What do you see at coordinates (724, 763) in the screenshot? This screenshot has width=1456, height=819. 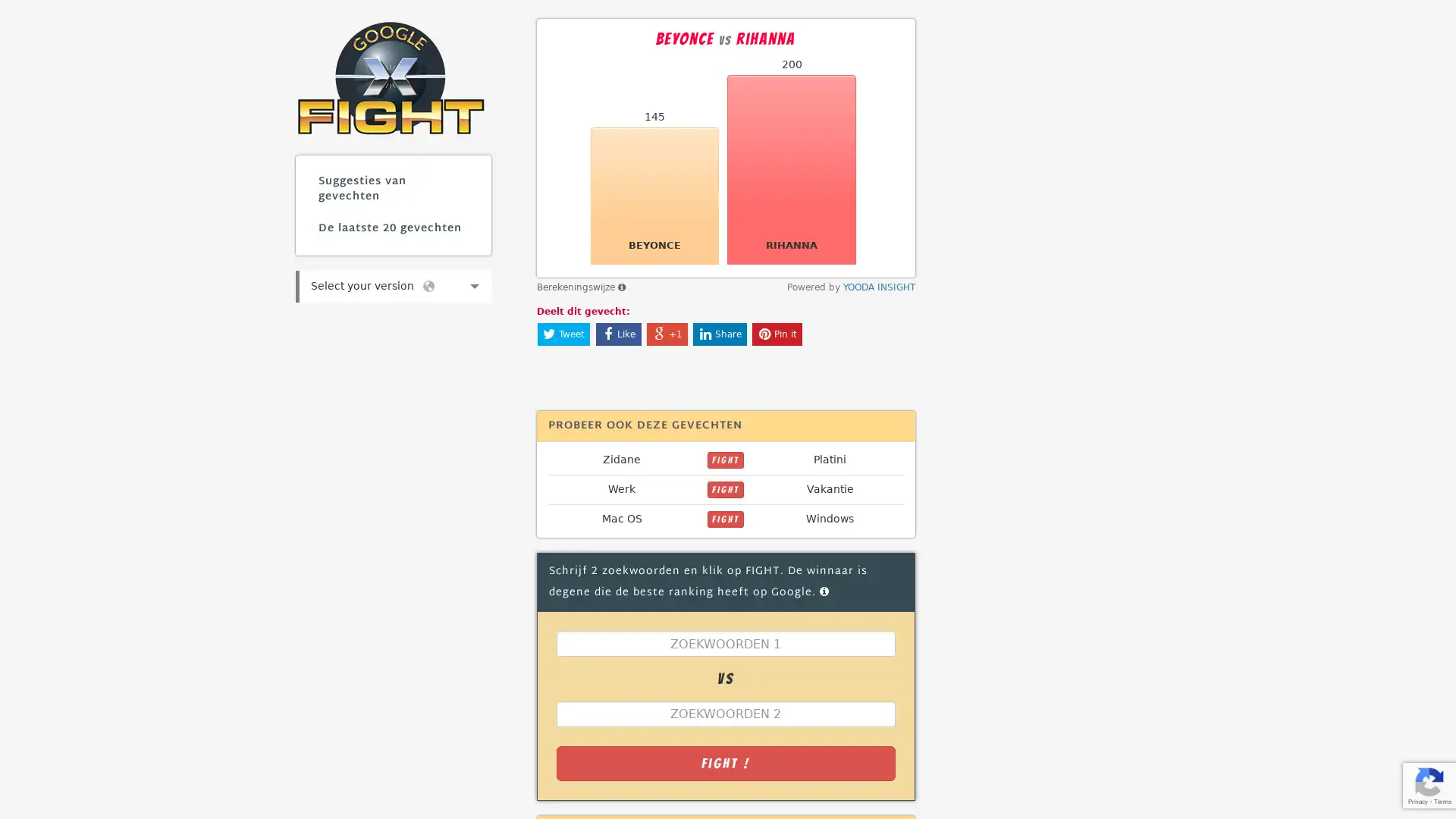 I see `Fight !` at bounding box center [724, 763].